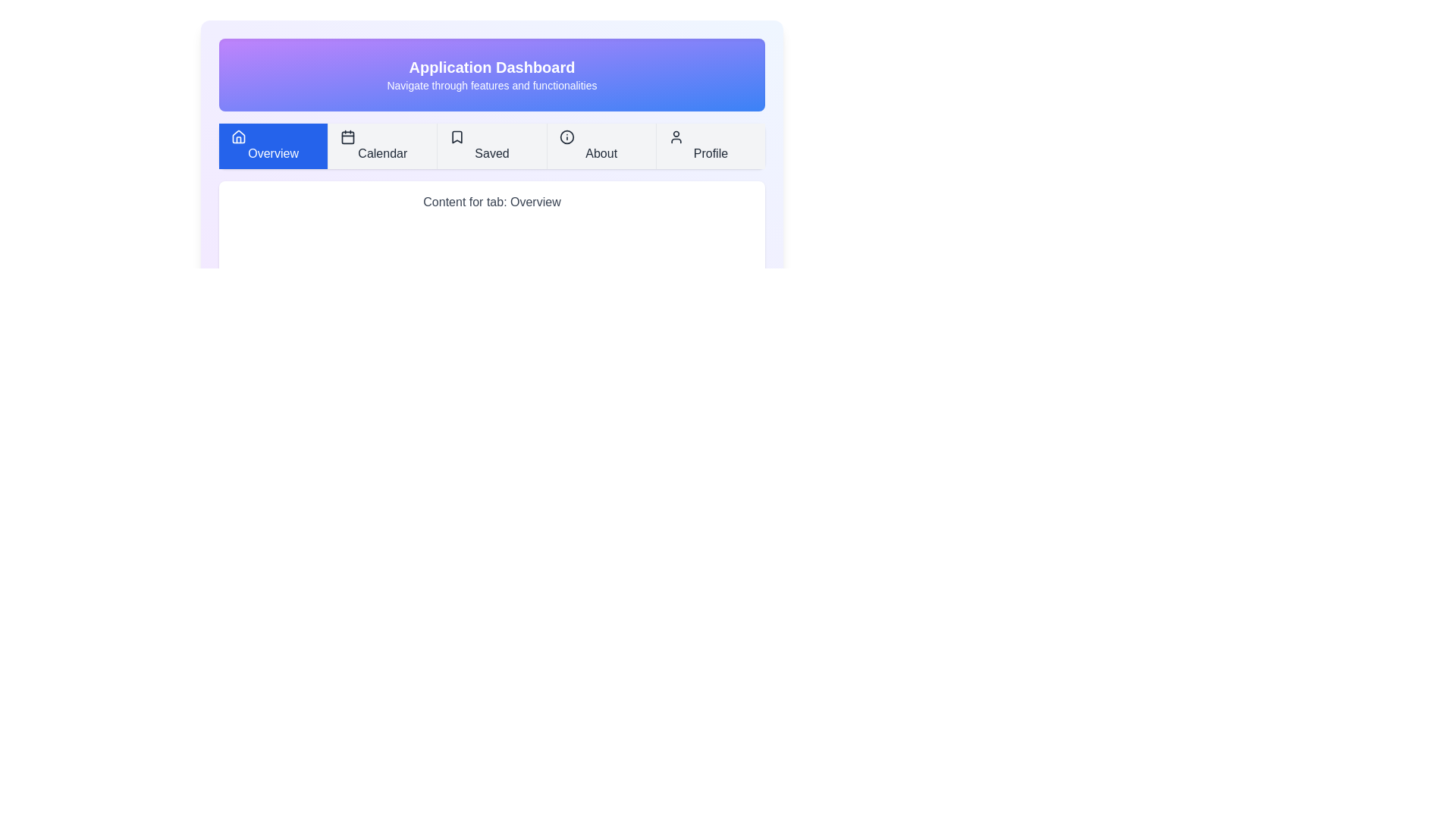  Describe the element at coordinates (491, 85) in the screenshot. I see `the static text label that displays 'Navigate through features and functionalities', which is positioned below the 'Application Dashboard' header in a gradient background` at that location.